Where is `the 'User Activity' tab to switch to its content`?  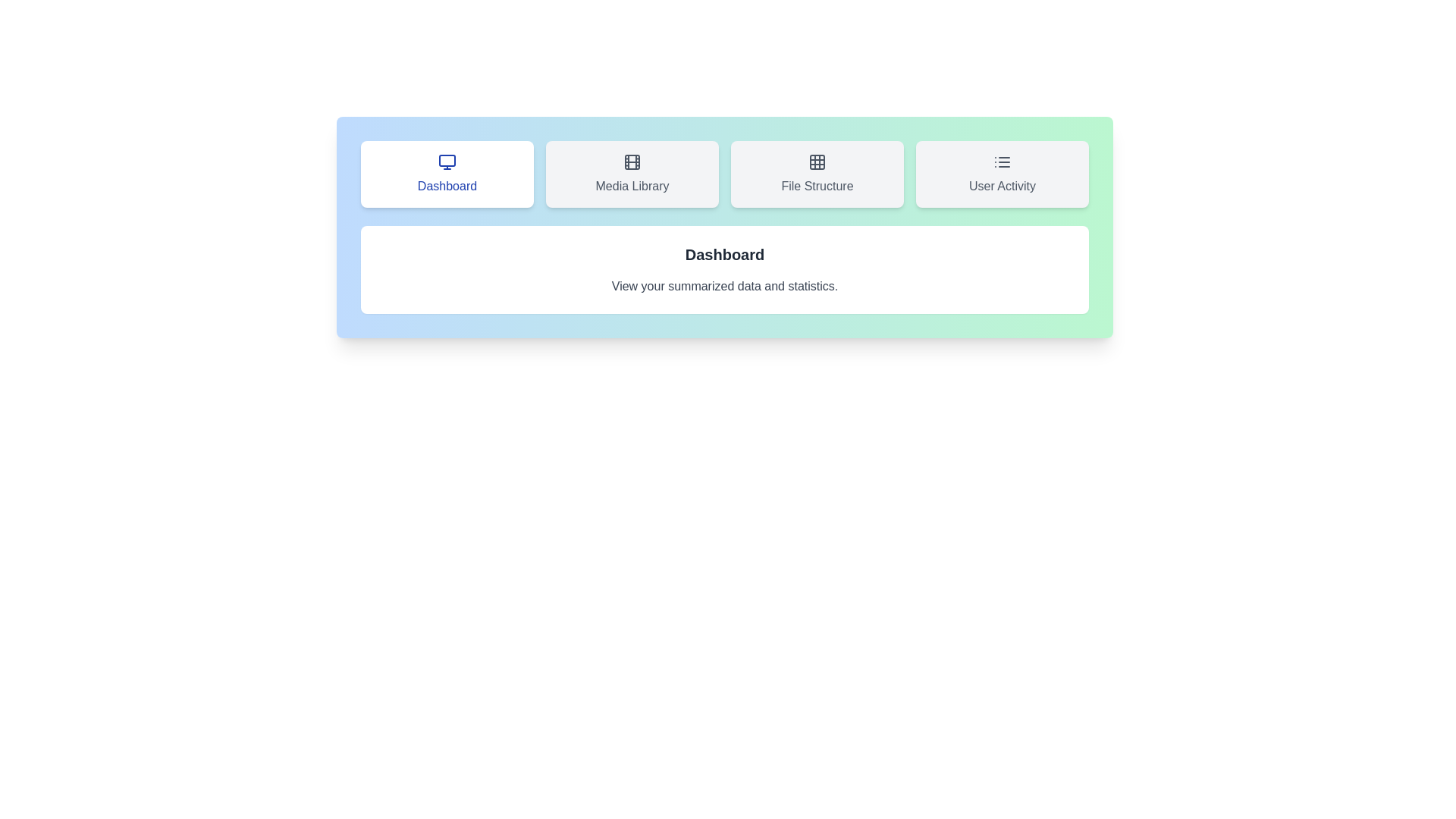
the 'User Activity' tab to switch to its content is located at coordinates (1002, 174).